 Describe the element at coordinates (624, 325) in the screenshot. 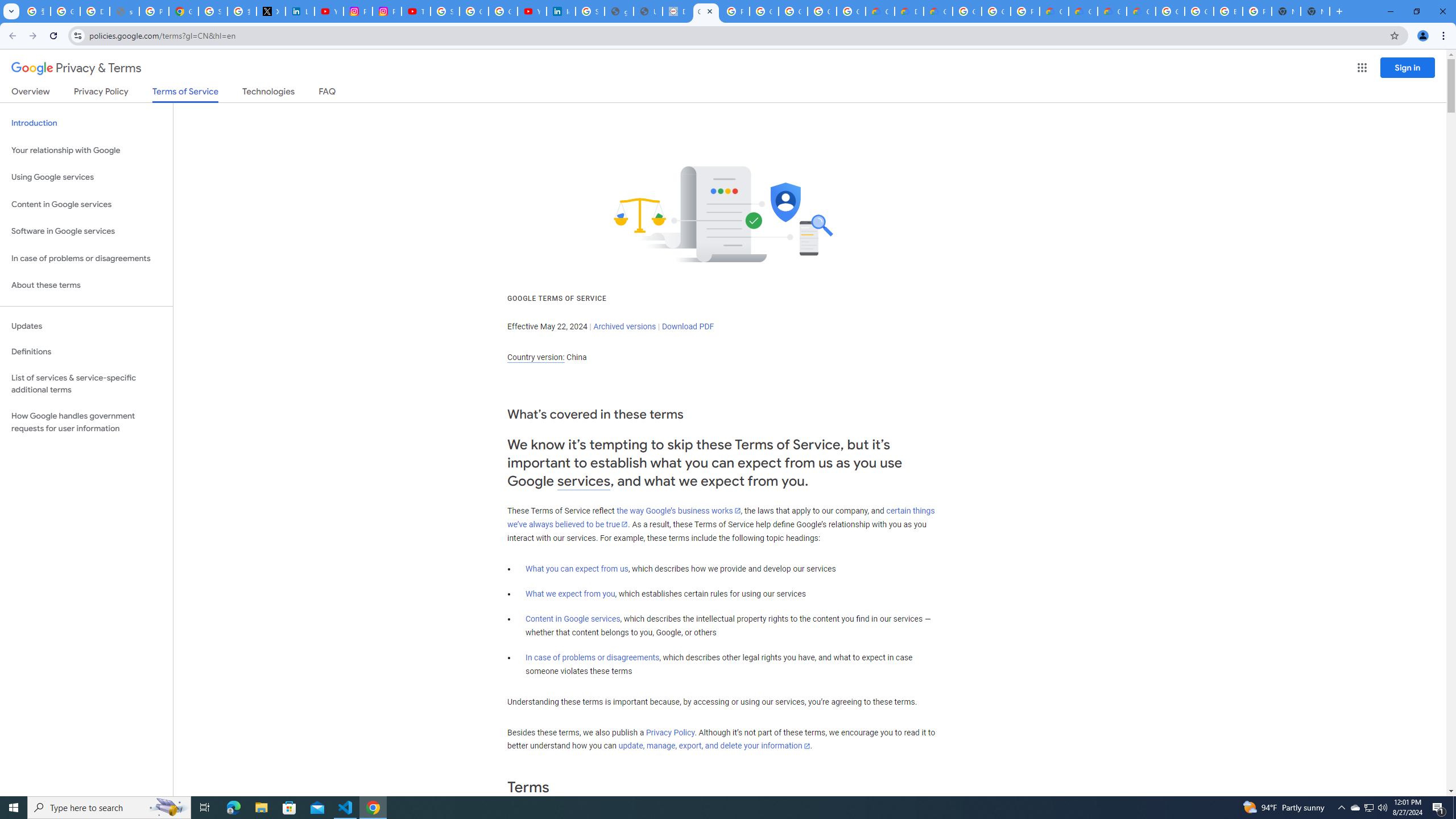

I see `'Archived versions'` at that location.